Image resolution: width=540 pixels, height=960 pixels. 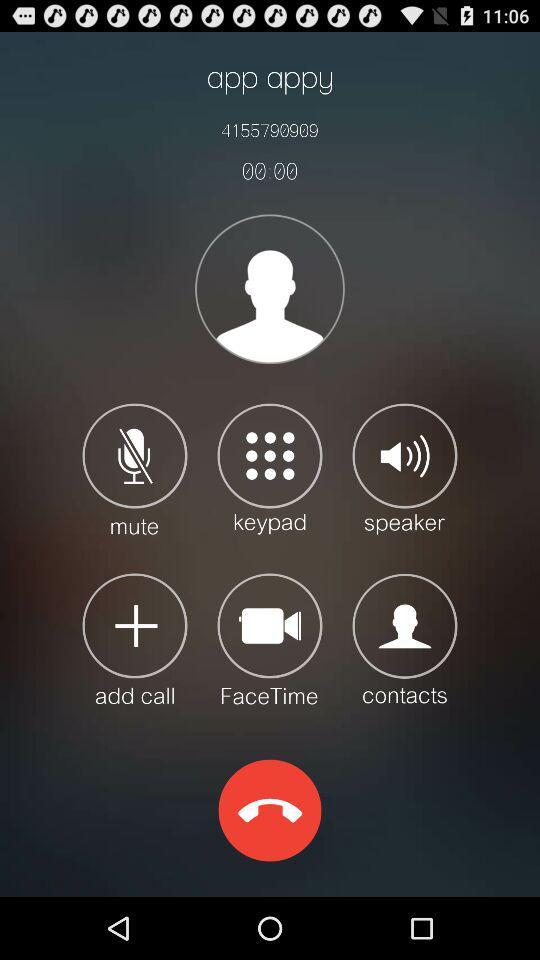 What do you see at coordinates (270, 810) in the screenshot?
I see `end call` at bounding box center [270, 810].